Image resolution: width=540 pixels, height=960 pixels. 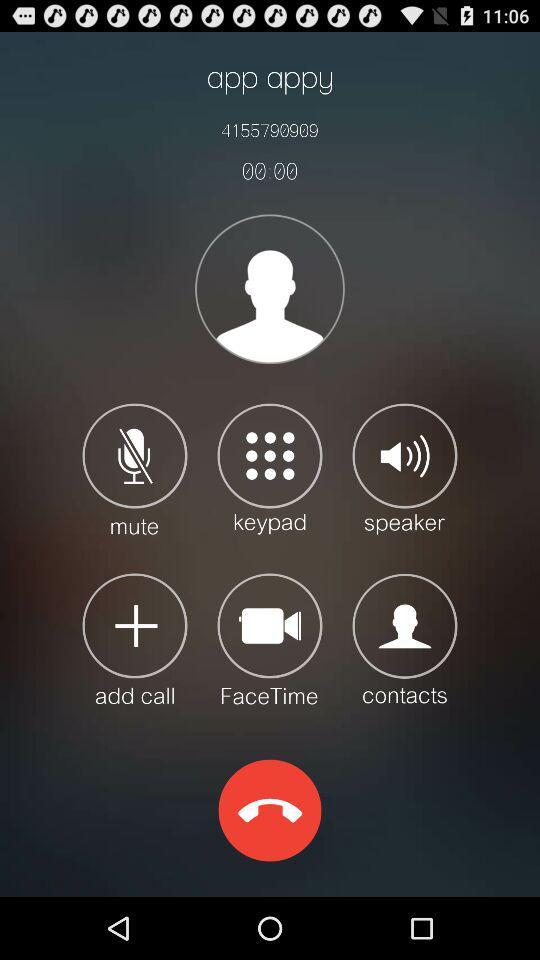 What do you see at coordinates (270, 810) in the screenshot?
I see `end call` at bounding box center [270, 810].